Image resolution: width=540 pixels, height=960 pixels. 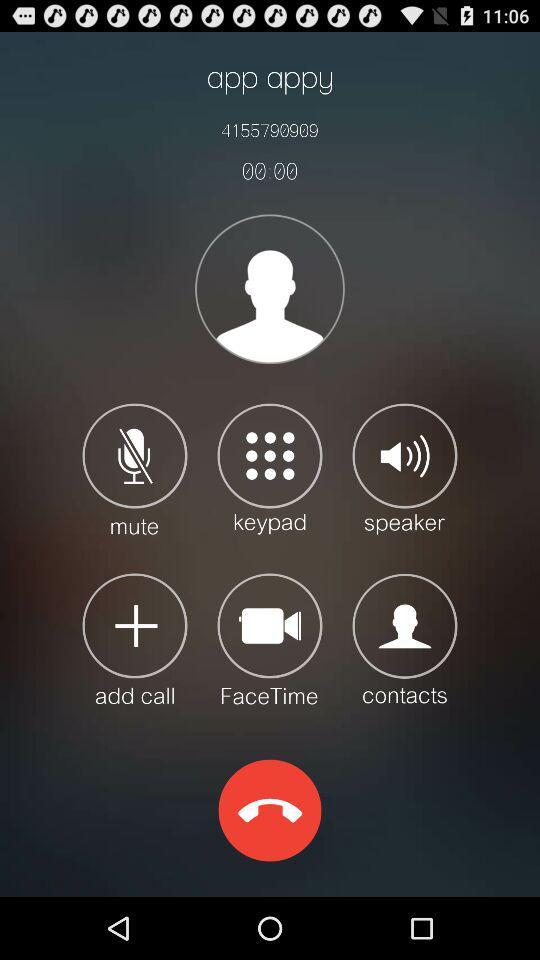 What do you see at coordinates (270, 810) in the screenshot?
I see `end call` at bounding box center [270, 810].